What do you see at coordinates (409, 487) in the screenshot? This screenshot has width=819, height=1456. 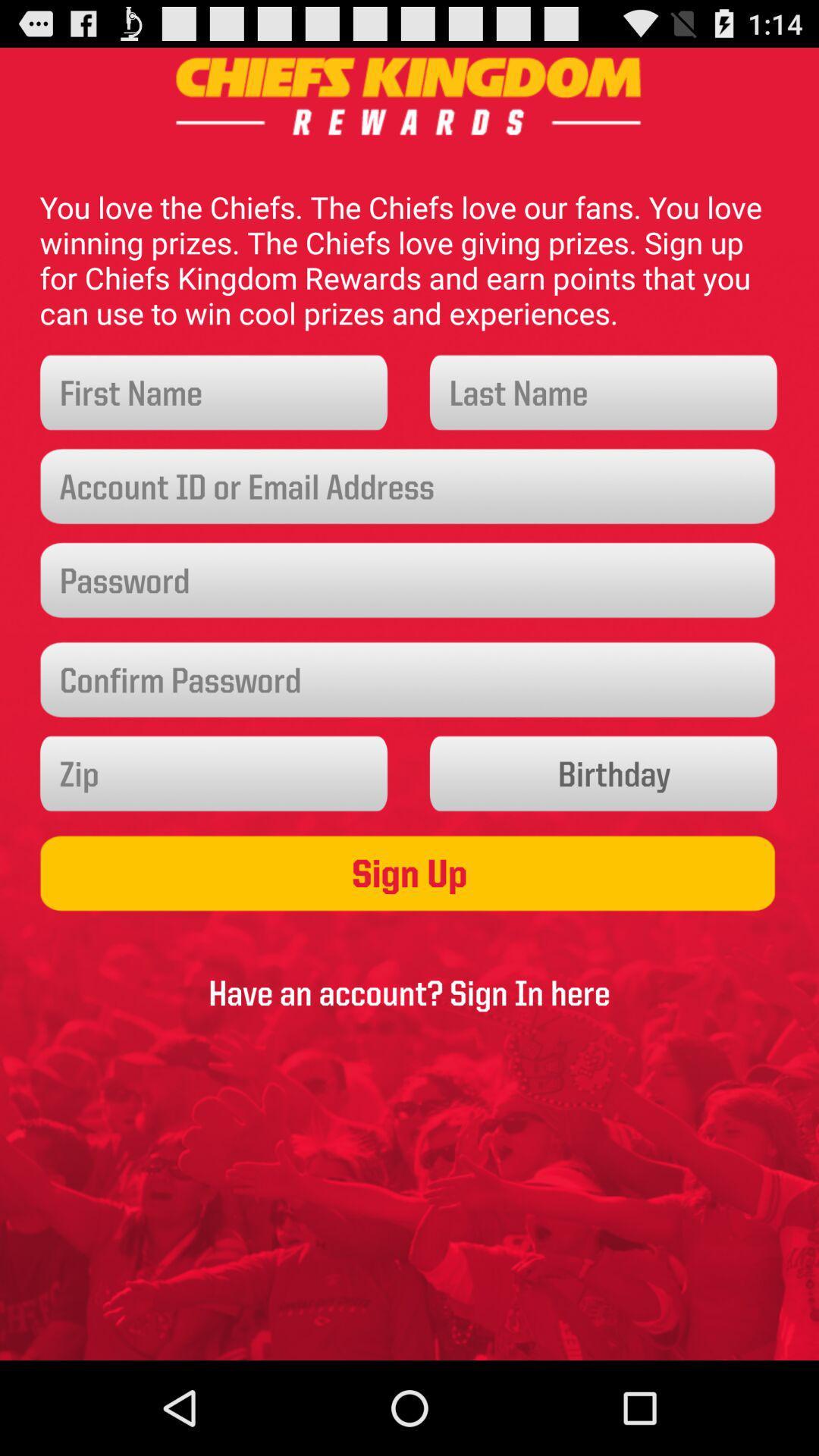 I see `input id` at bounding box center [409, 487].